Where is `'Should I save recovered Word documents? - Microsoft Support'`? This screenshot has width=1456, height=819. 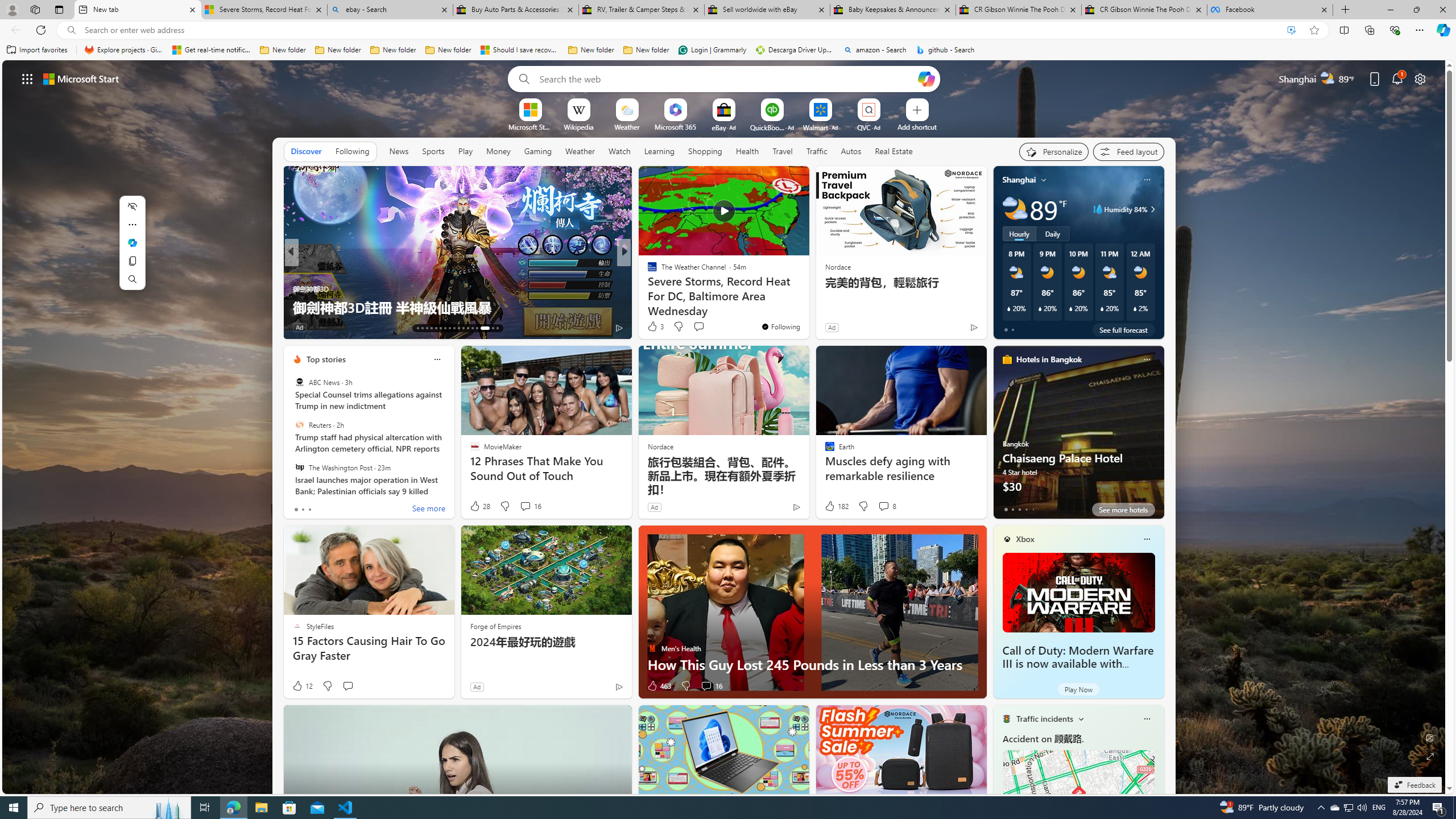 'Should I save recovered Word documents? - Microsoft Support' is located at coordinates (519, 49).